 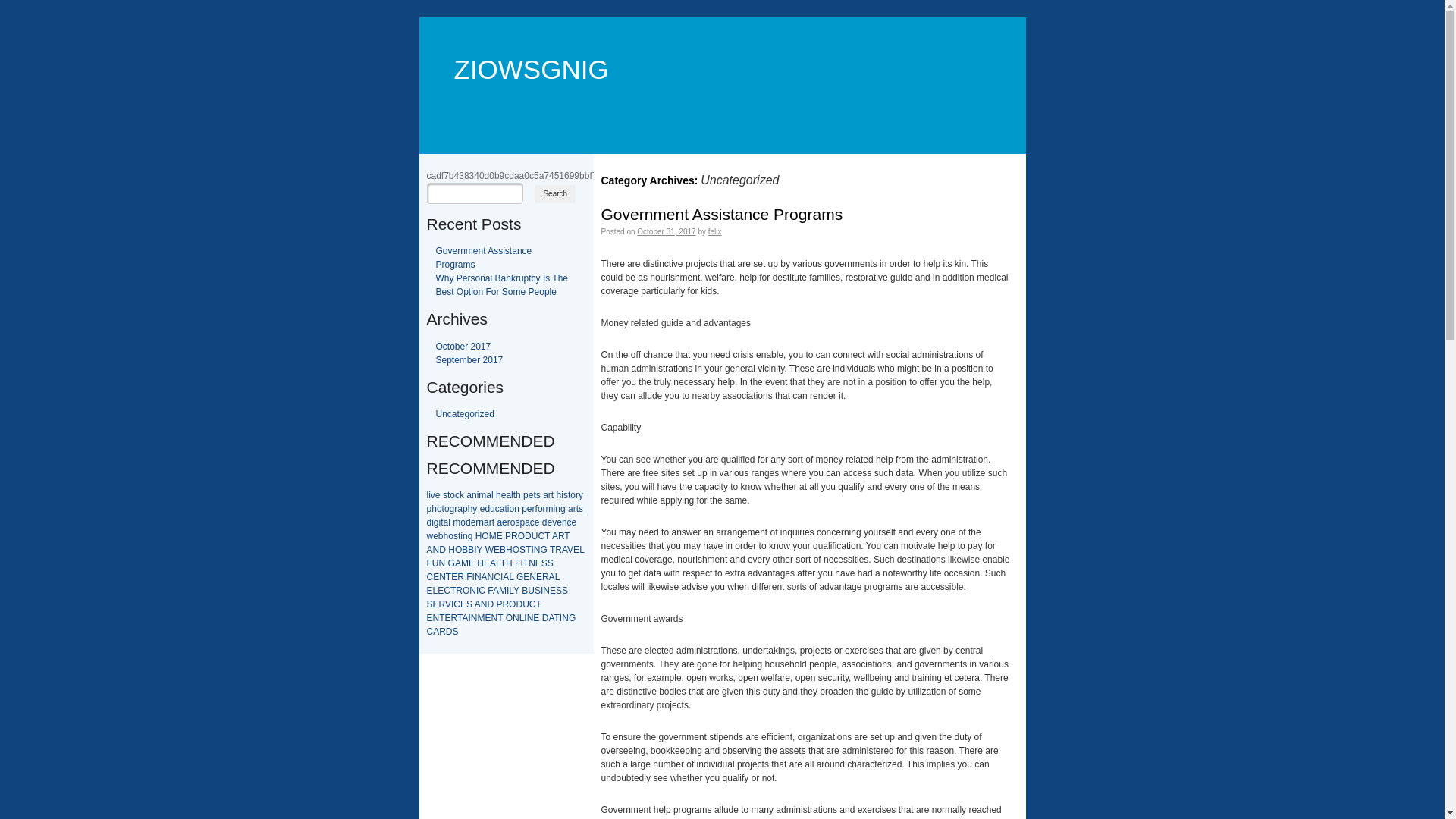 What do you see at coordinates (490, 590) in the screenshot?
I see `'F'` at bounding box center [490, 590].